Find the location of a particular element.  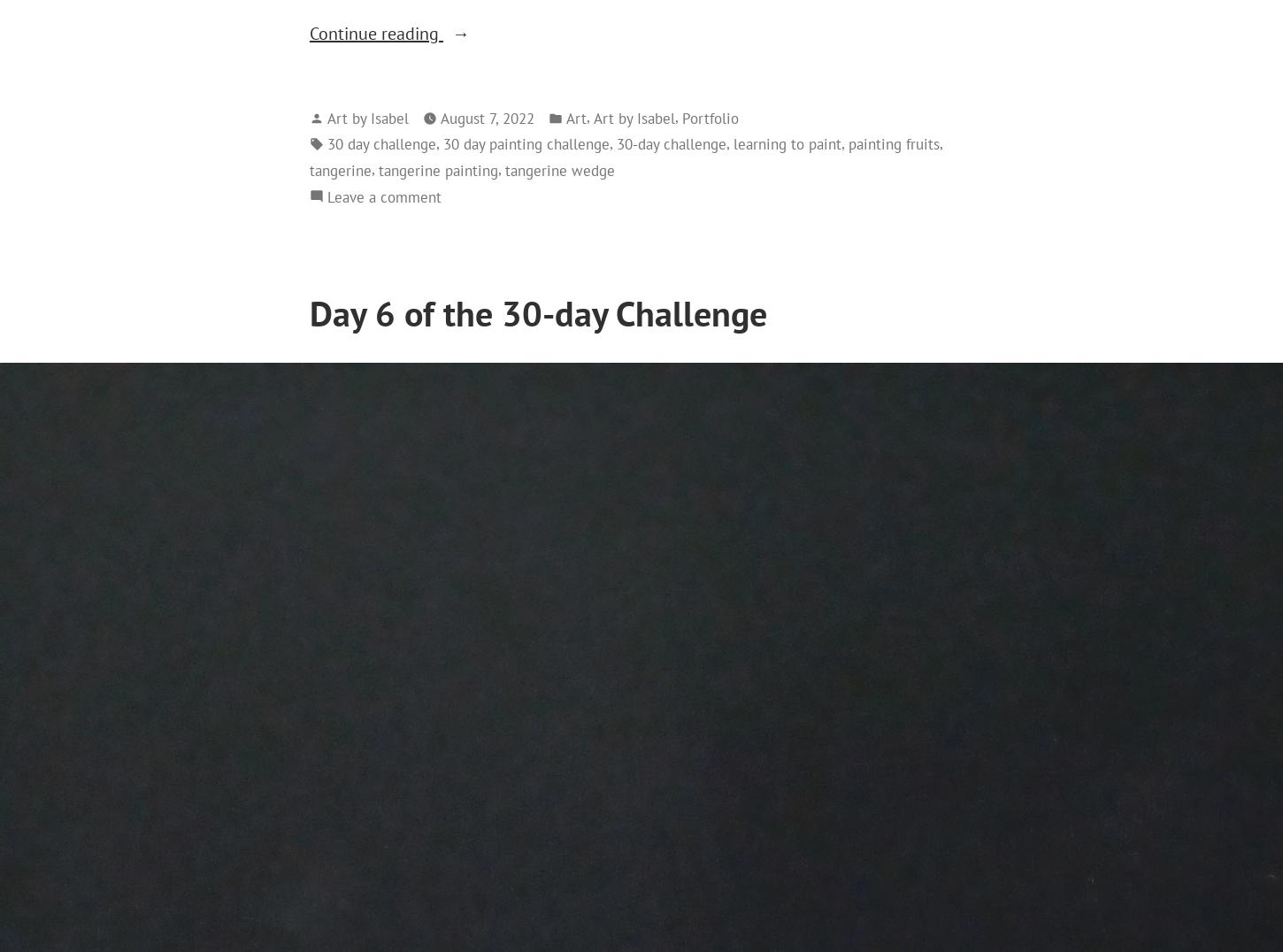

'tangerine painting' is located at coordinates (438, 168).